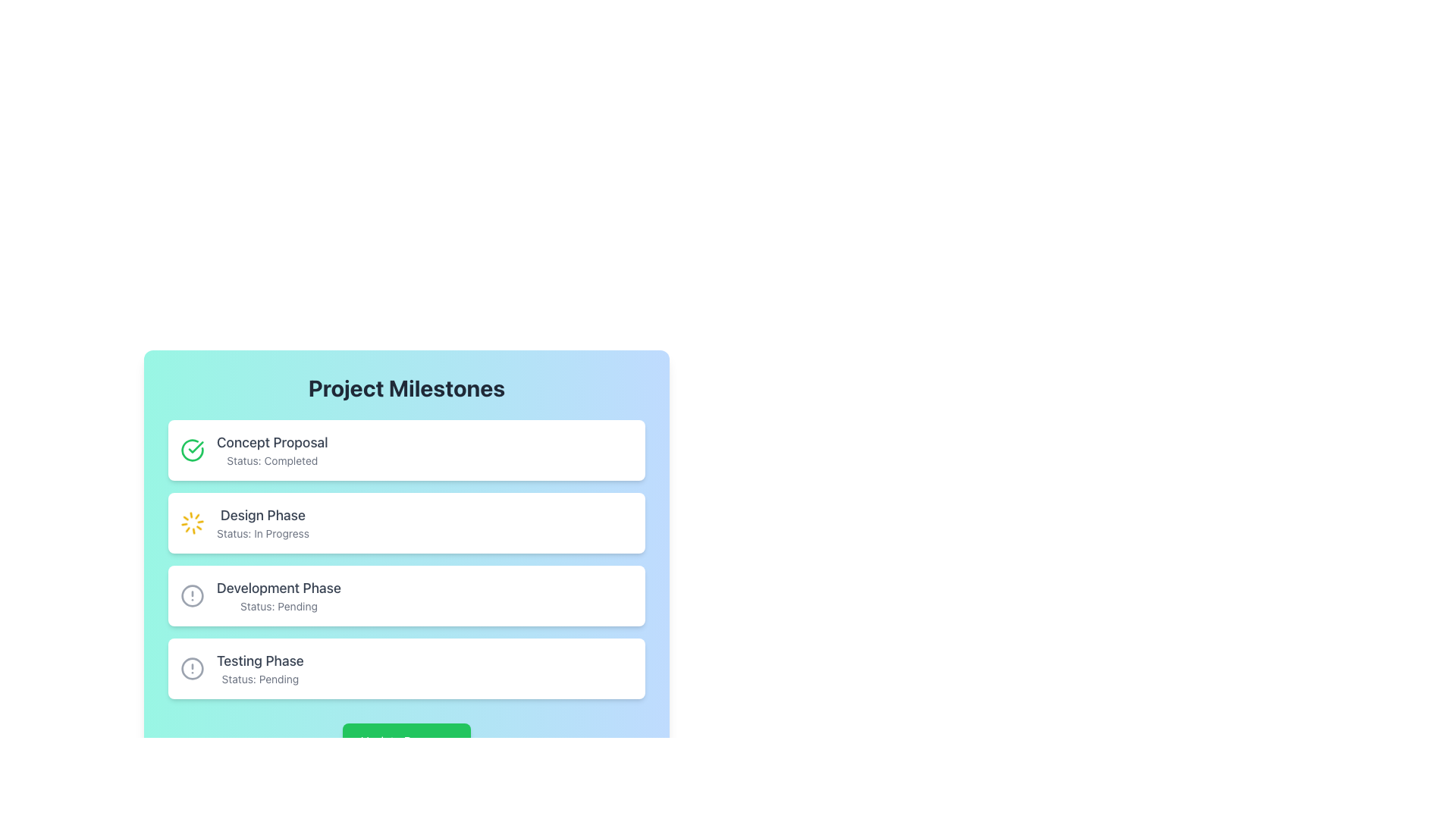  Describe the element at coordinates (192, 668) in the screenshot. I see `the circular icon with a gray outline and a warning alert symbol inside it, which is located to the left of the text 'Testing Phase' in the bottom-most card of the 'Project Milestones' panel` at that location.